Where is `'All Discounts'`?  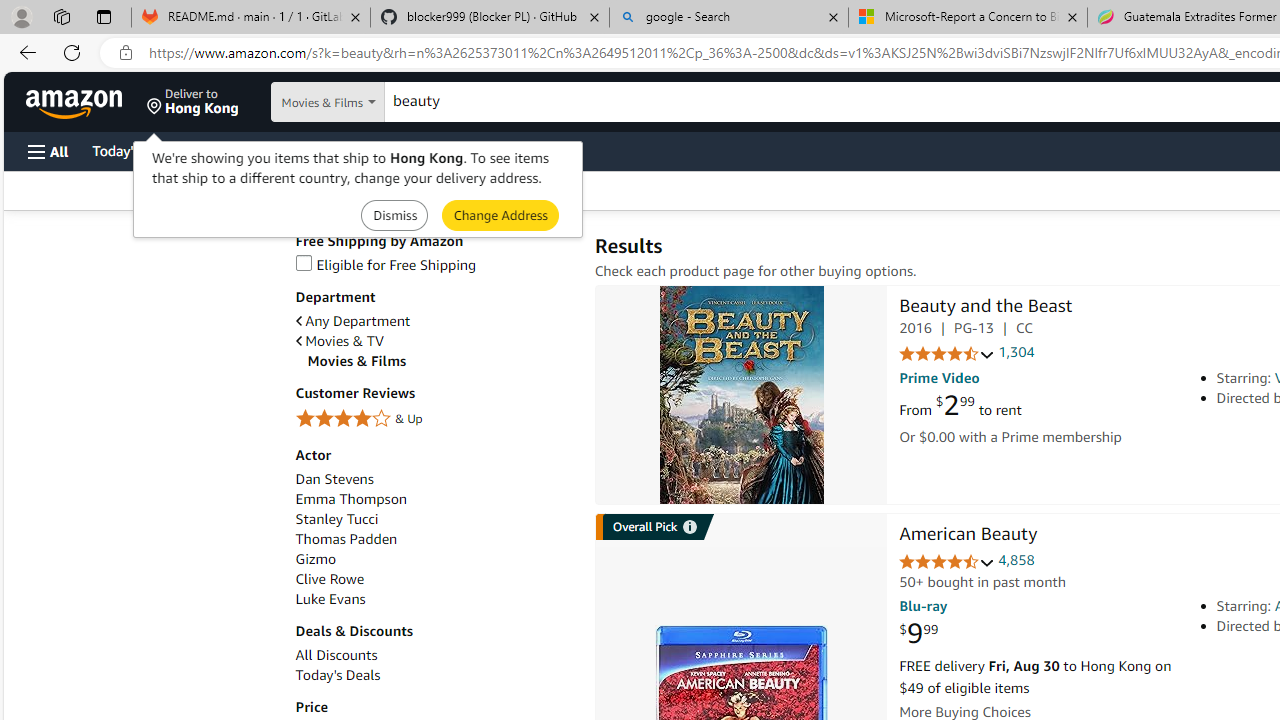
'All Discounts' is located at coordinates (433, 655).